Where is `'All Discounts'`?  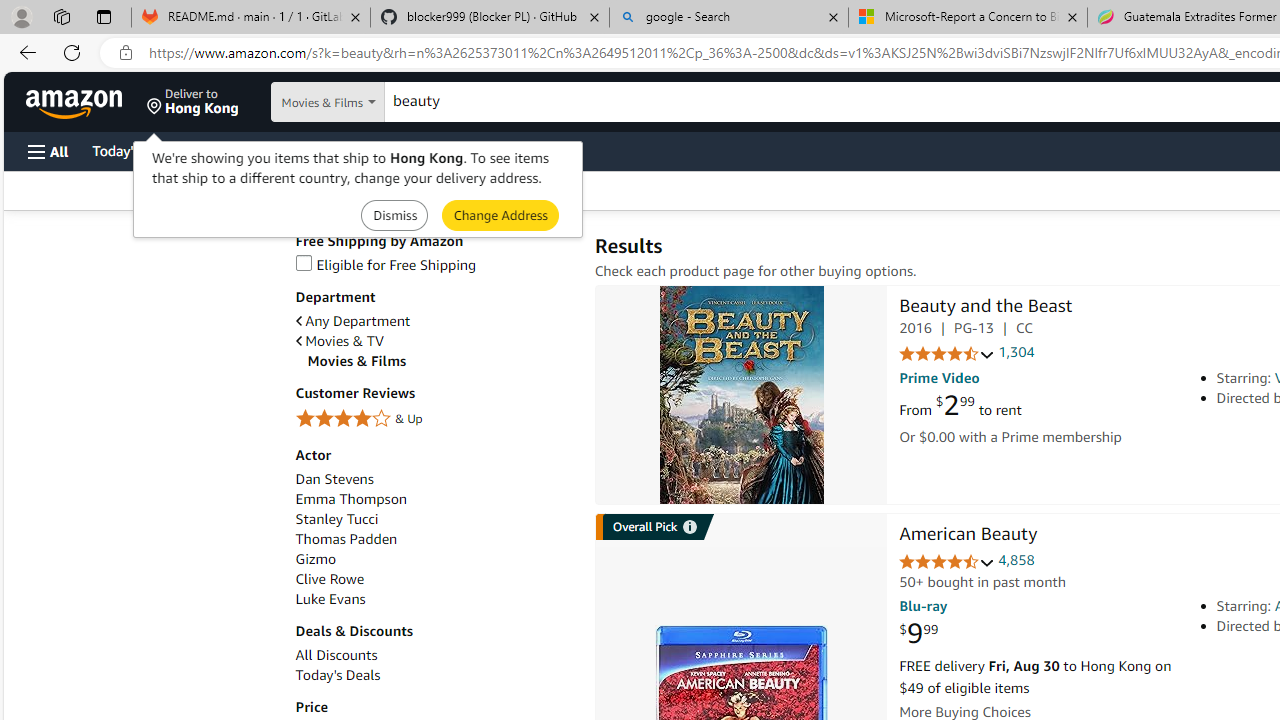
'All Discounts' is located at coordinates (433, 655).